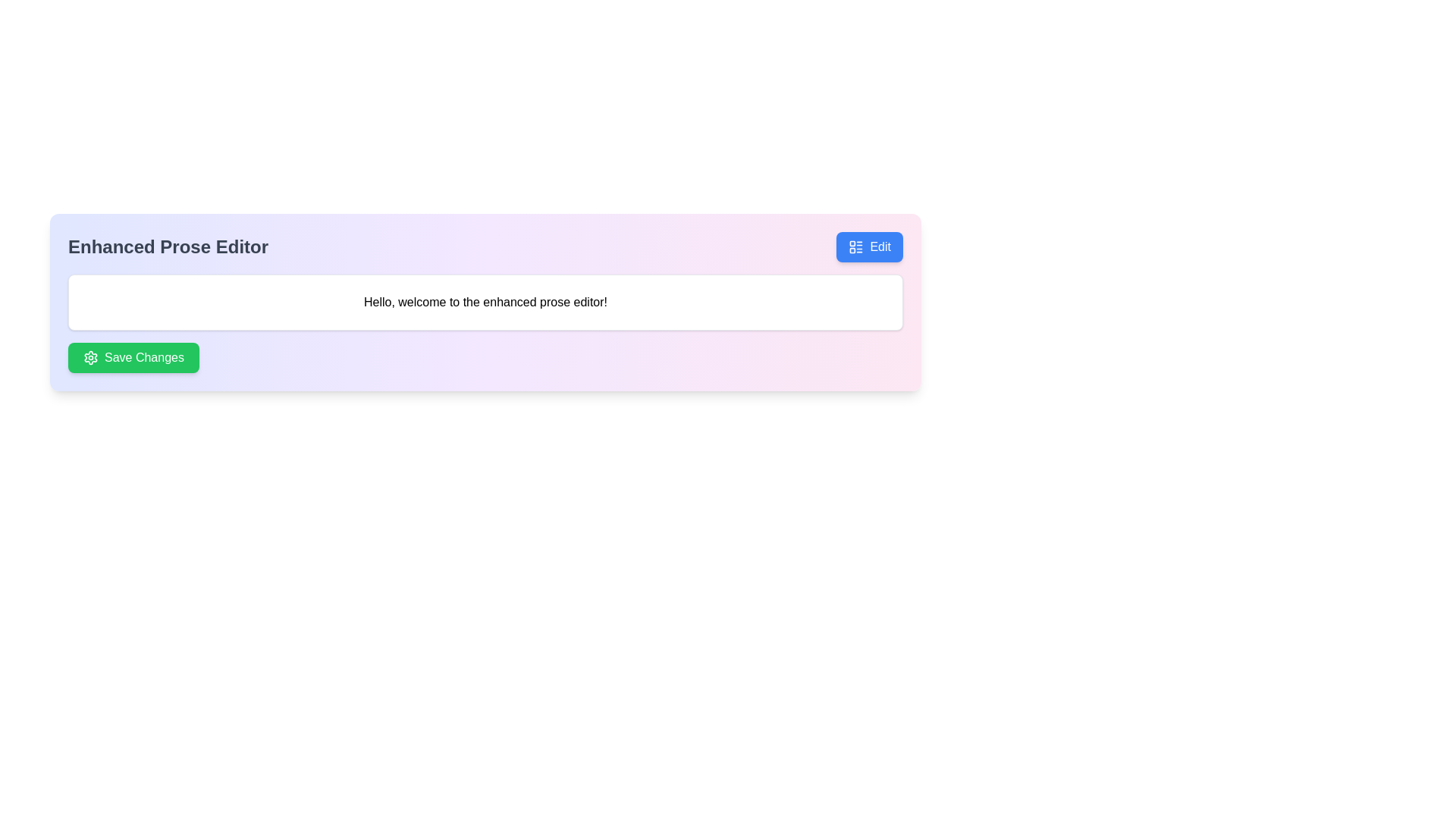 The height and width of the screenshot is (819, 1456). Describe the element at coordinates (90, 357) in the screenshot. I see `the gear or settings icon located within the 'Save Changes' button, which is outlined in white strokes and positioned to the left of the 'Save Changes' text label` at that location.